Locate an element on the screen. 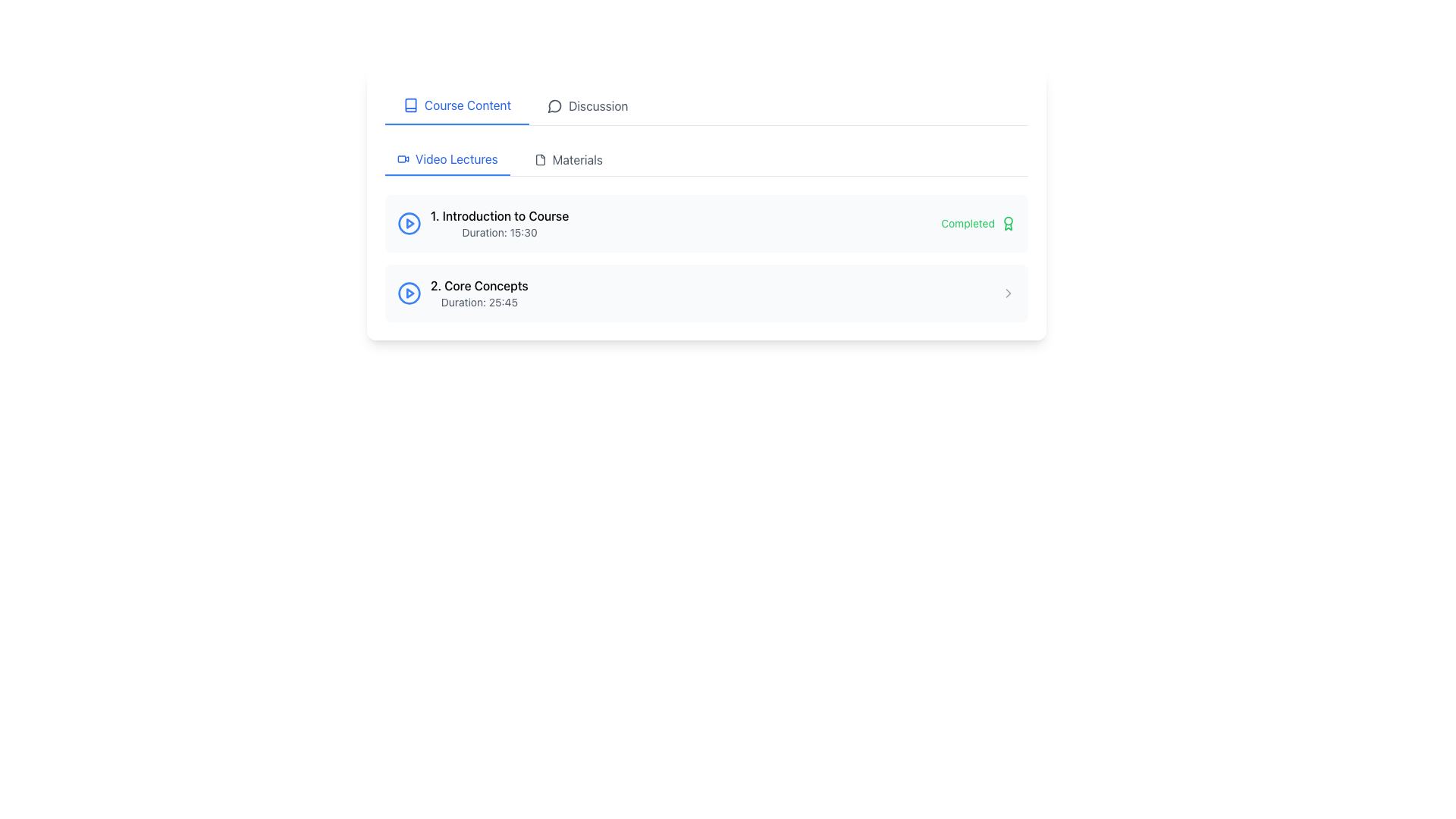 This screenshot has height=819, width=1456. the Tab Navigation Button is located at coordinates (586, 105).